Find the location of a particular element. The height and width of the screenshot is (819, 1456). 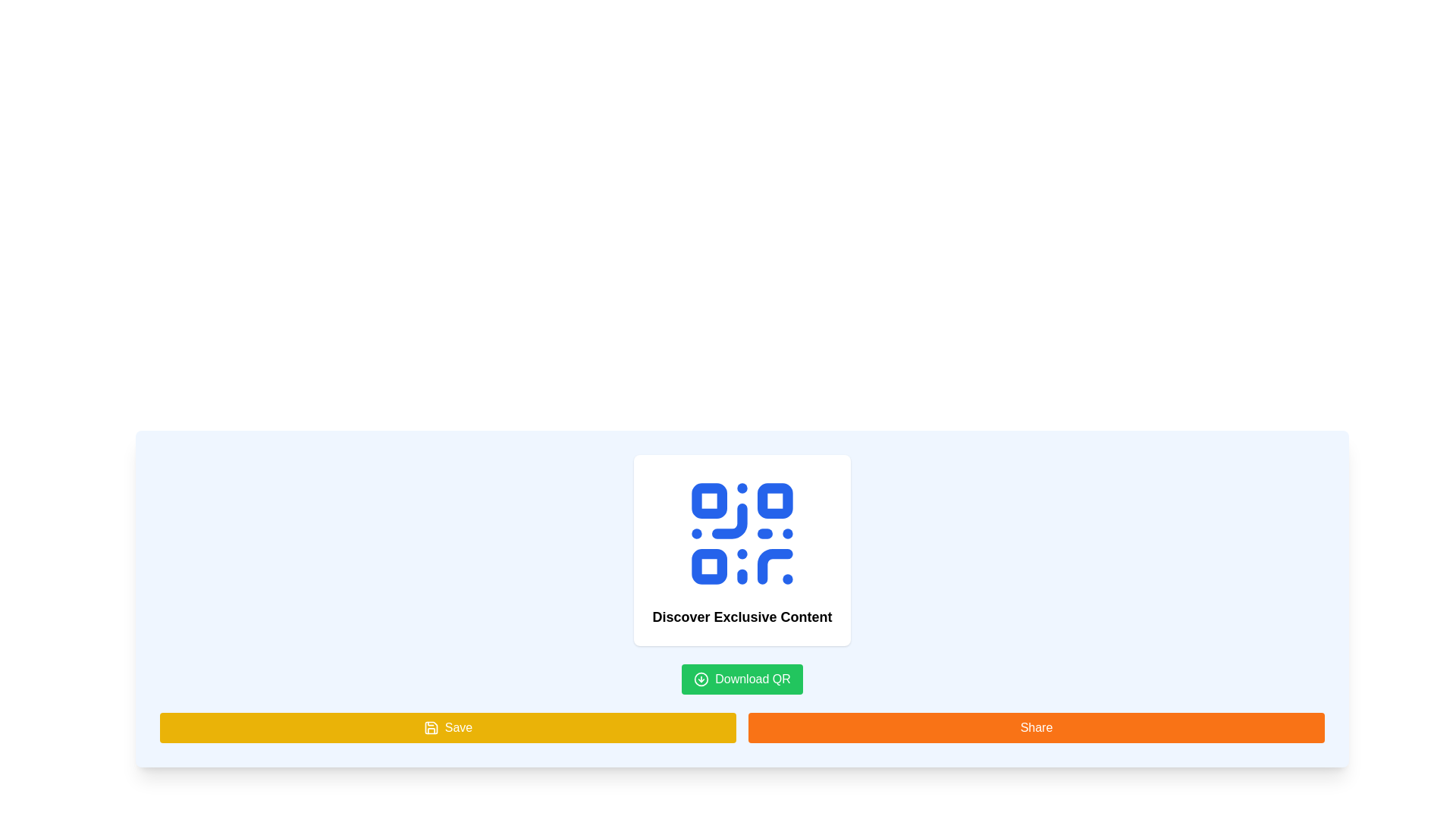

the green 'Download QR' button with a white downward arrow icon to download the QR code is located at coordinates (742, 678).